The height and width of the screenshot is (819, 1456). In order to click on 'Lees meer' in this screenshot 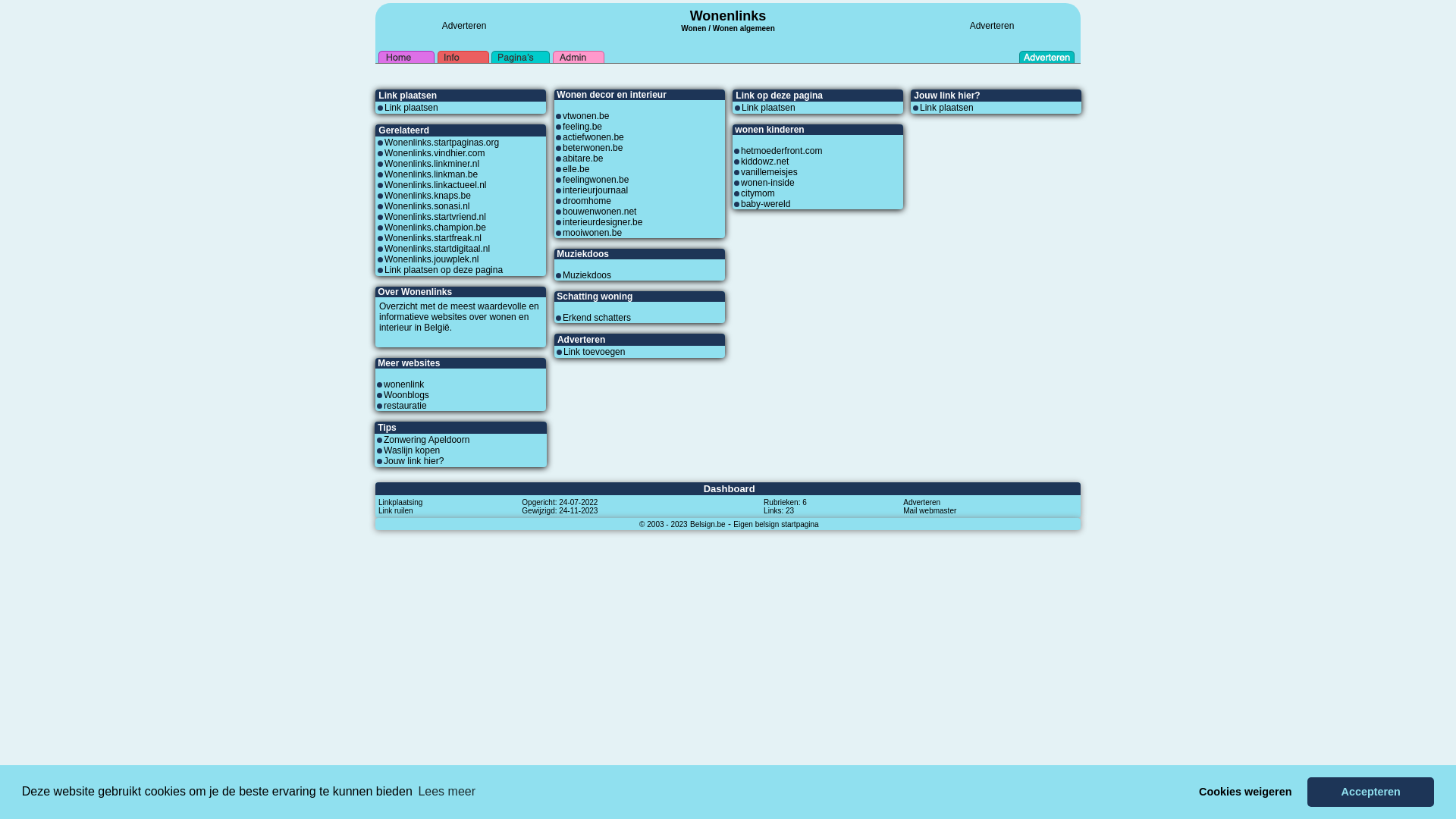, I will do `click(446, 791)`.